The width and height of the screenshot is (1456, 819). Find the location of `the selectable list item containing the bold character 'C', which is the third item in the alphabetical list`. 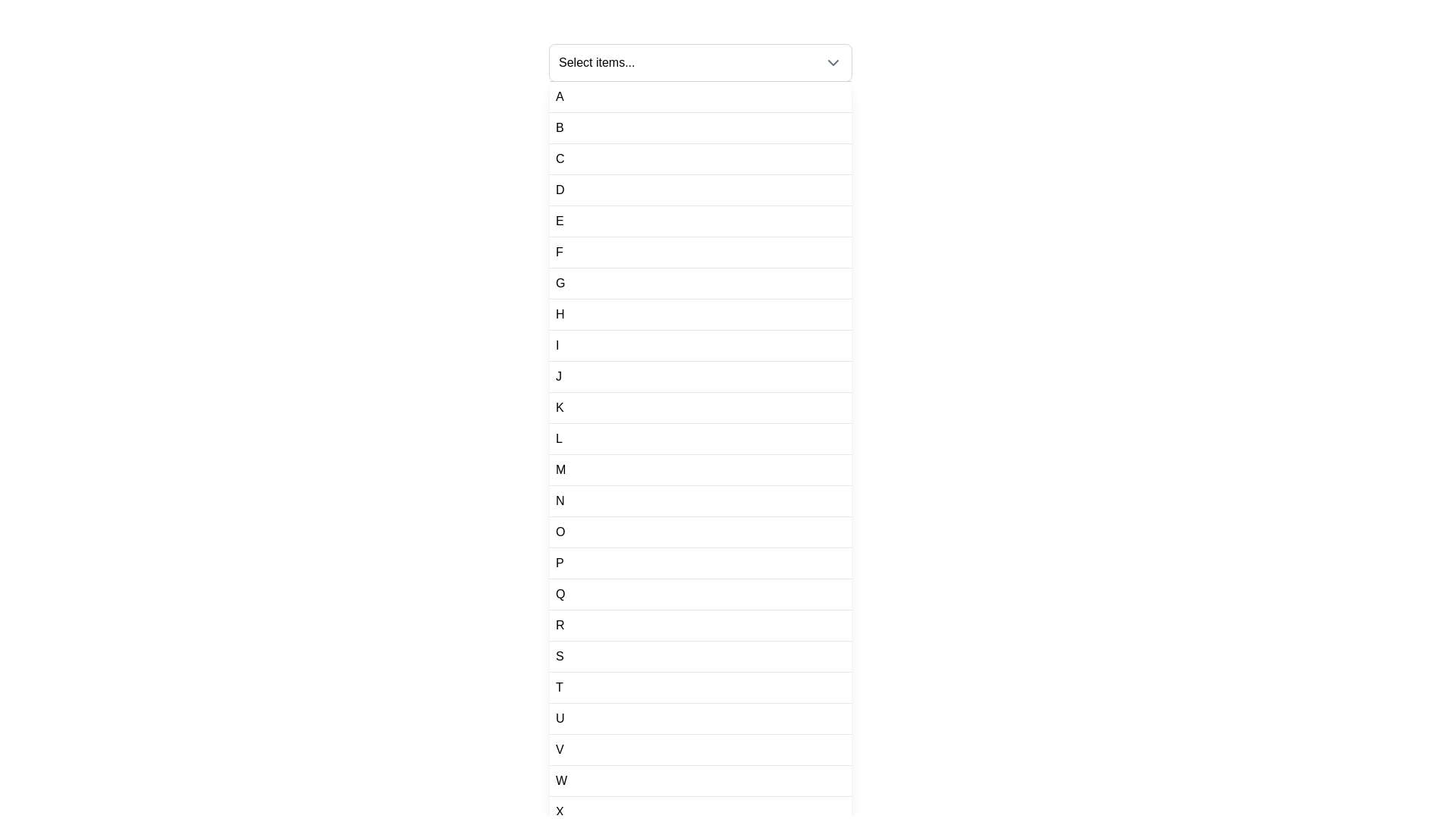

the selectable list item containing the bold character 'C', which is the third item in the alphabetical list is located at coordinates (700, 159).